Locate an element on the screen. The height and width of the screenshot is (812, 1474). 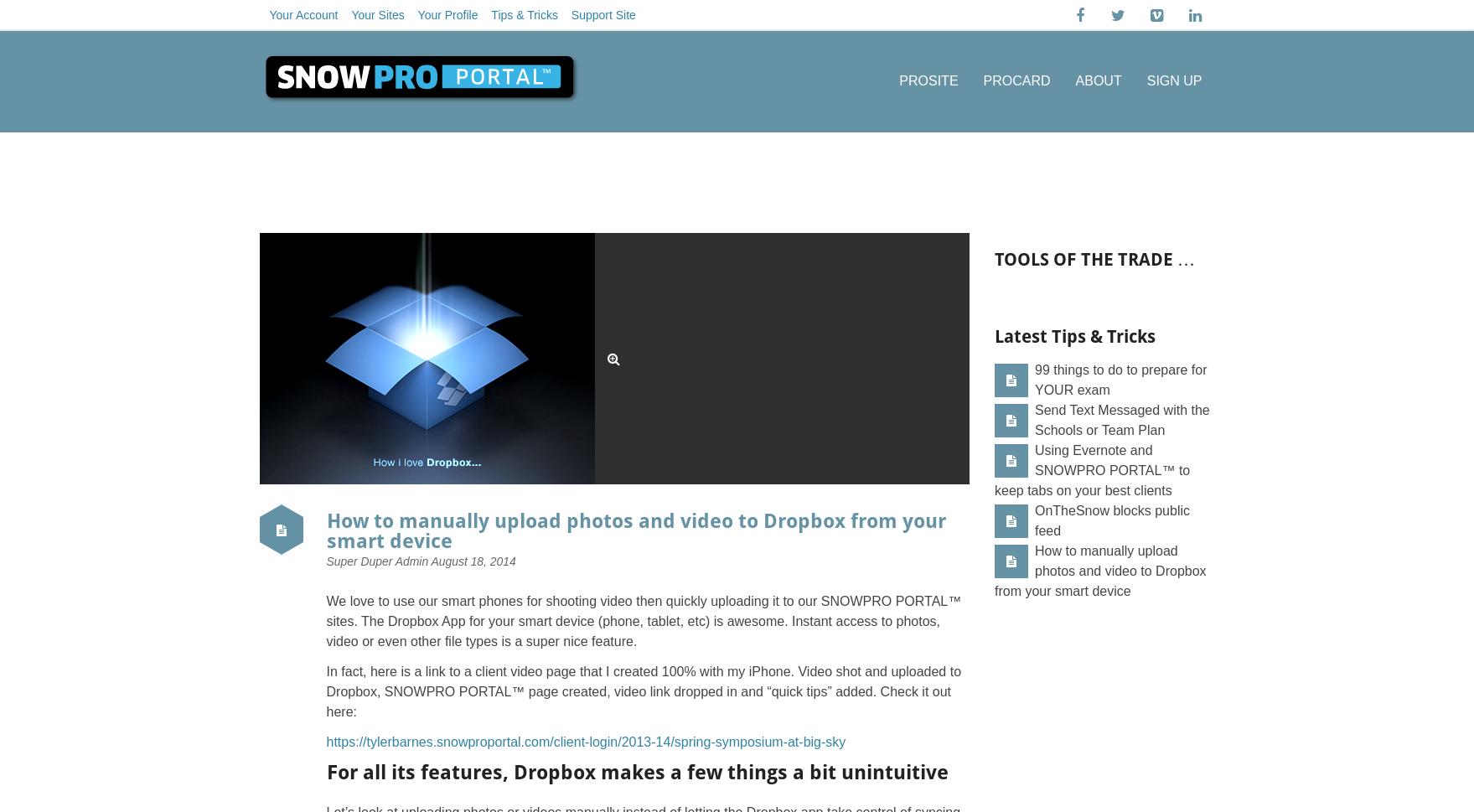
'Support Site' is located at coordinates (603, 15).